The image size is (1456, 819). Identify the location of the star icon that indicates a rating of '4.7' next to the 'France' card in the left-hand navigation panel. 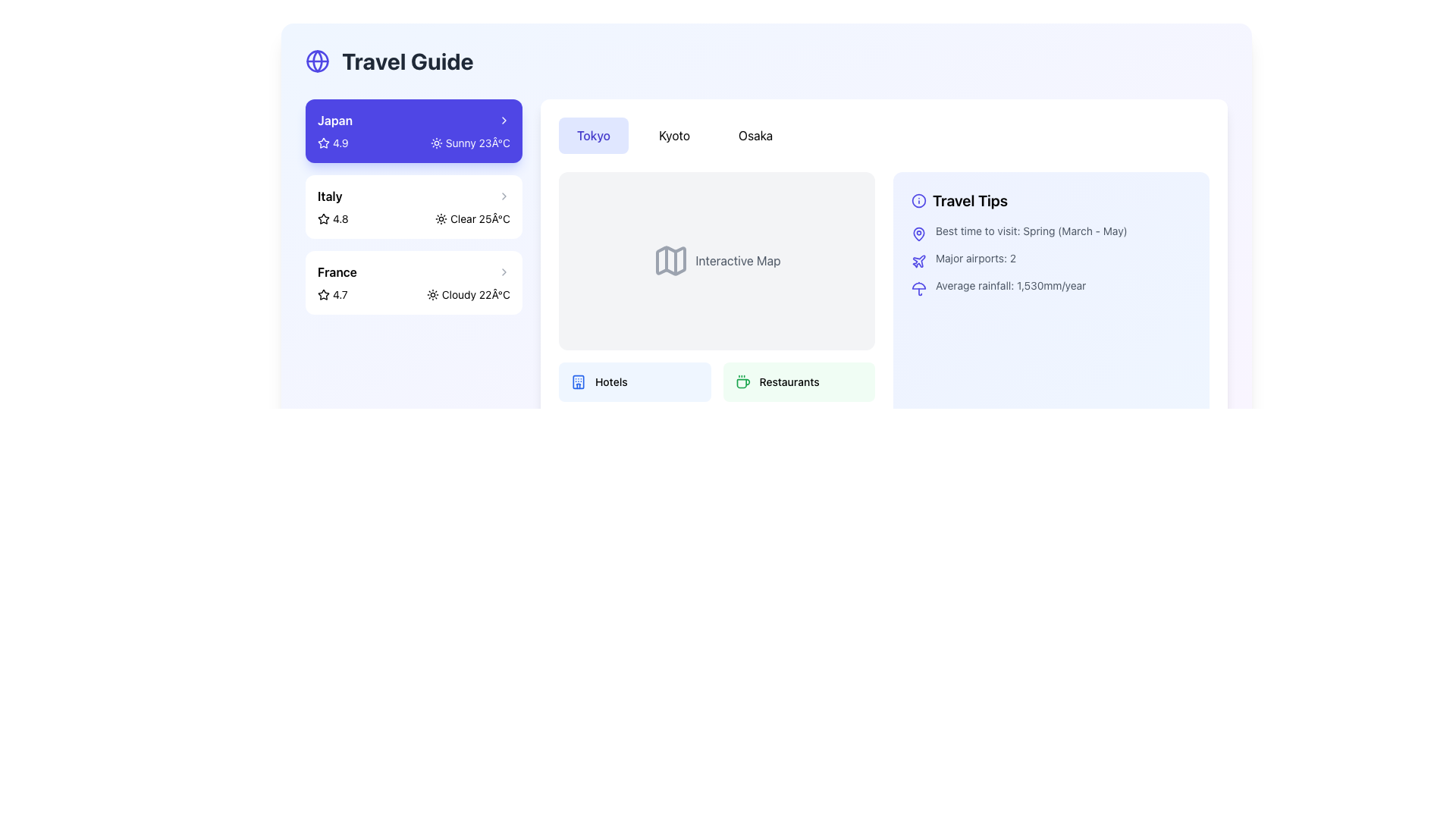
(323, 295).